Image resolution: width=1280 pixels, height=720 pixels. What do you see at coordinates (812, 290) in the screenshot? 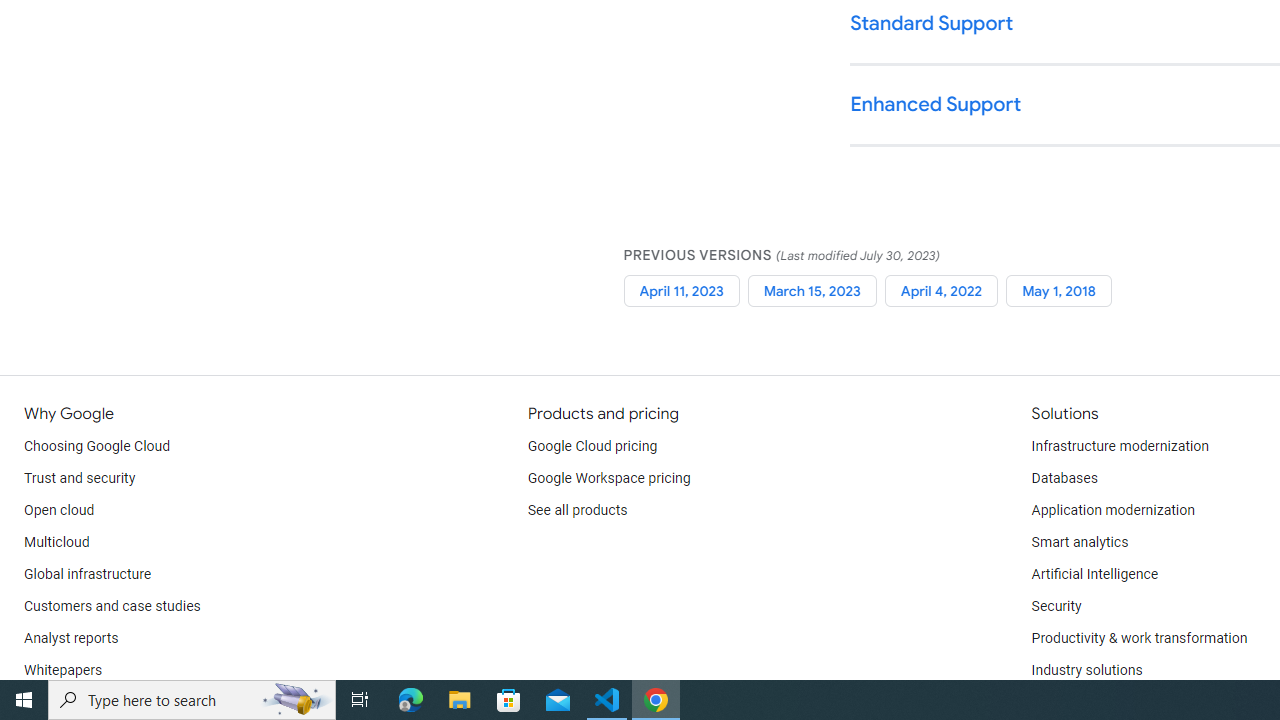
I see `'March 15, 2023'` at bounding box center [812, 290].